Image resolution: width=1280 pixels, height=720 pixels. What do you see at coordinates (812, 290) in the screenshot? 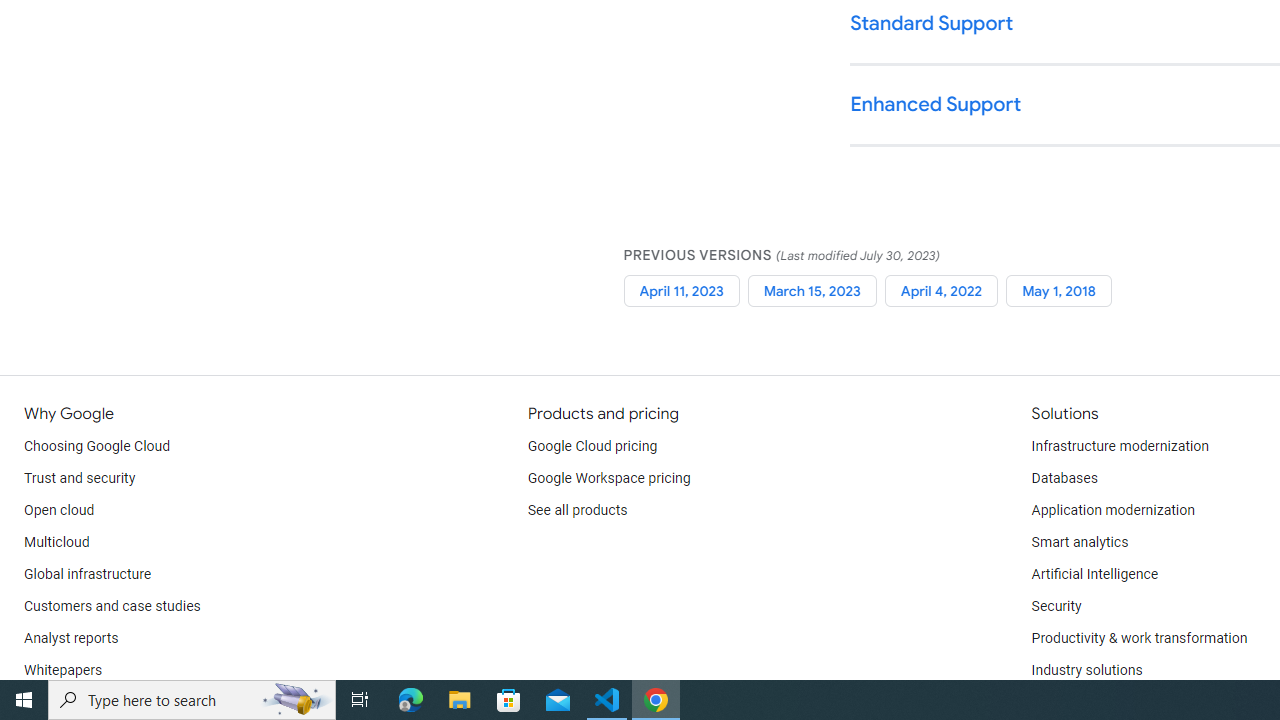
I see `'March 15, 2023'` at bounding box center [812, 290].